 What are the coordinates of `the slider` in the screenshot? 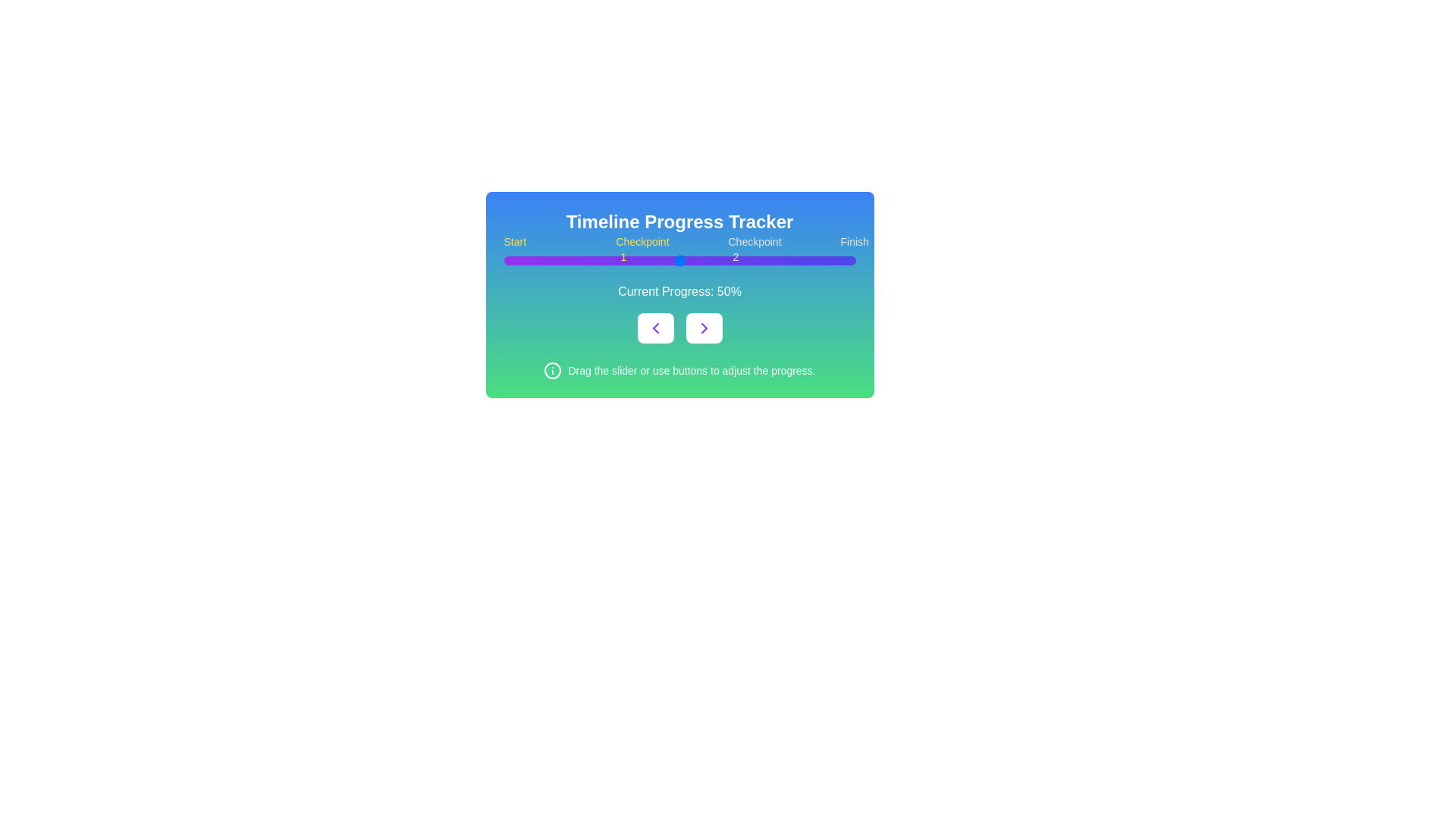 It's located at (848, 259).